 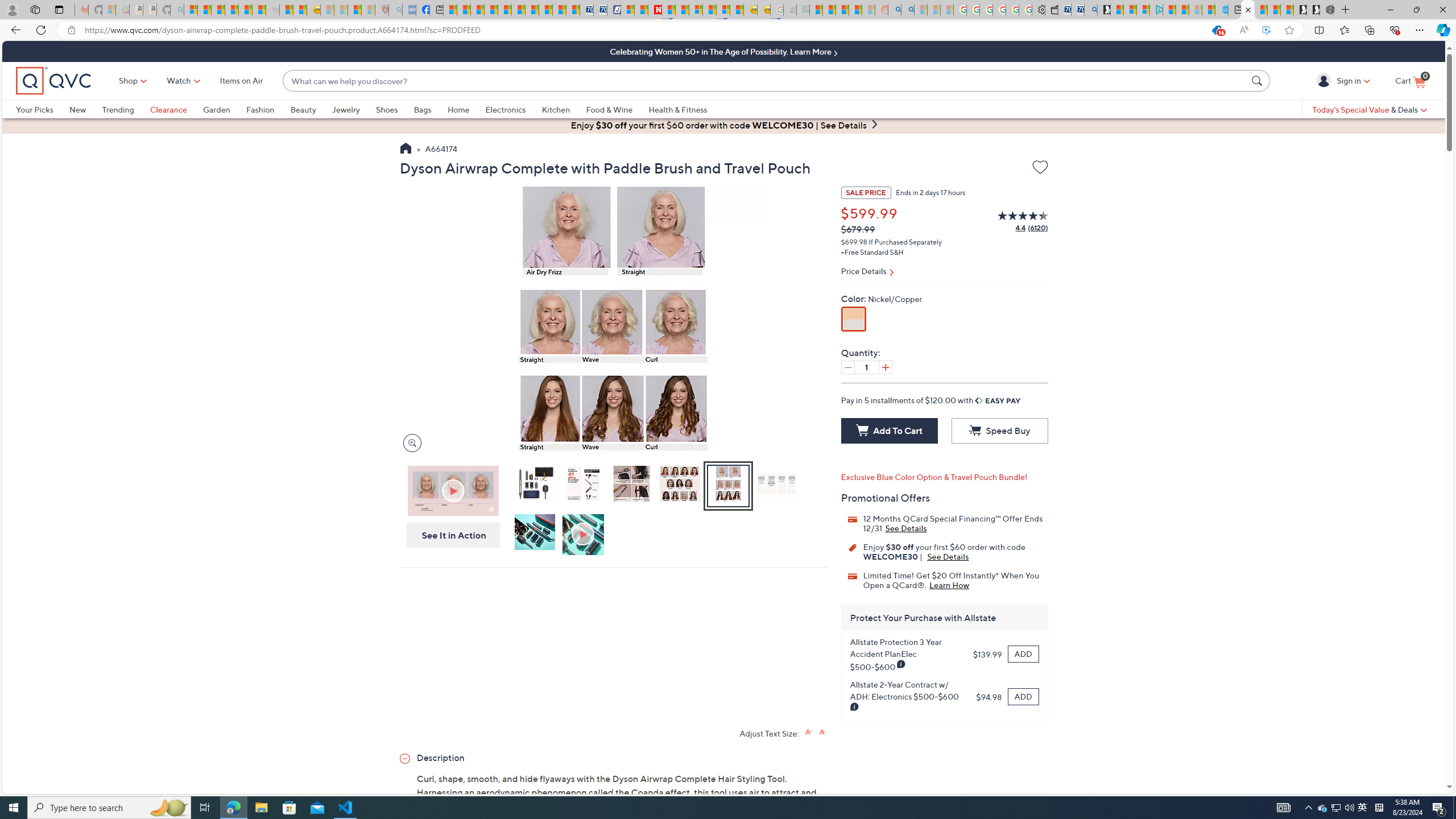 What do you see at coordinates (944, 272) in the screenshot?
I see `'Price Details'` at bounding box center [944, 272].